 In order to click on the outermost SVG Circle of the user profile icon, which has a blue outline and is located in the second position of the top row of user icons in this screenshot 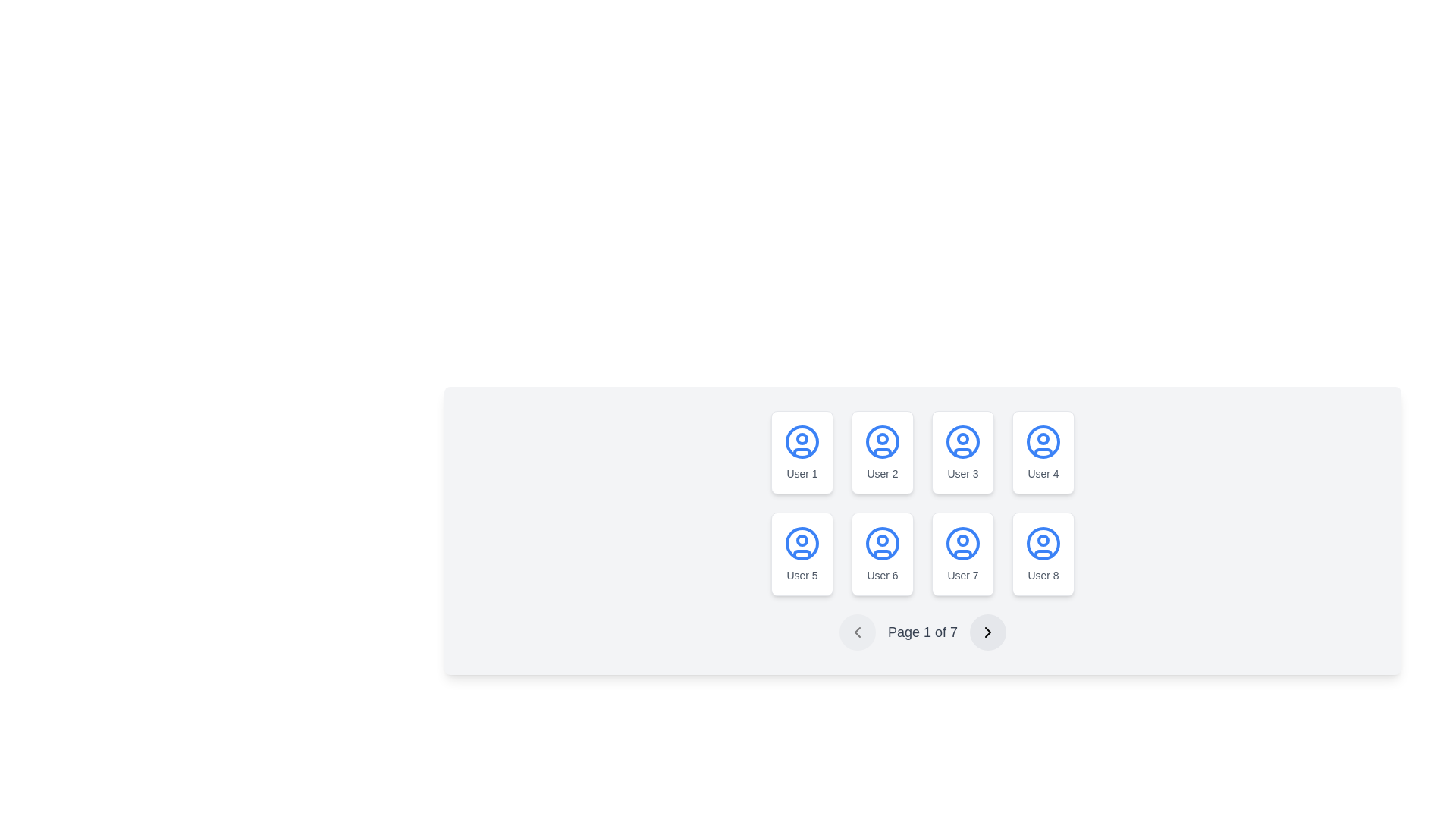, I will do `click(882, 441)`.